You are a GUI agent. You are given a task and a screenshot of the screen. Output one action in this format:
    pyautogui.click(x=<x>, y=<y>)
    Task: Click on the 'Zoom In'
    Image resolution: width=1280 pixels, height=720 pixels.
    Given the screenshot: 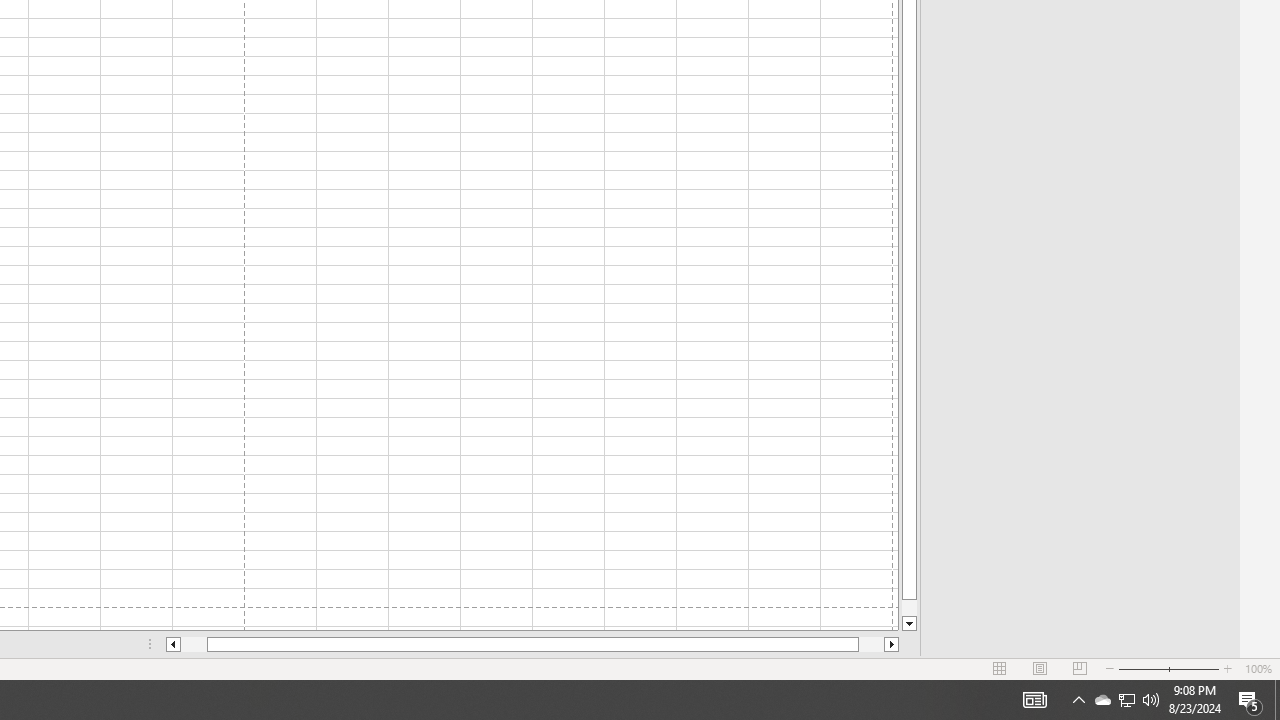 What is the action you would take?
    pyautogui.click(x=1226, y=669)
    